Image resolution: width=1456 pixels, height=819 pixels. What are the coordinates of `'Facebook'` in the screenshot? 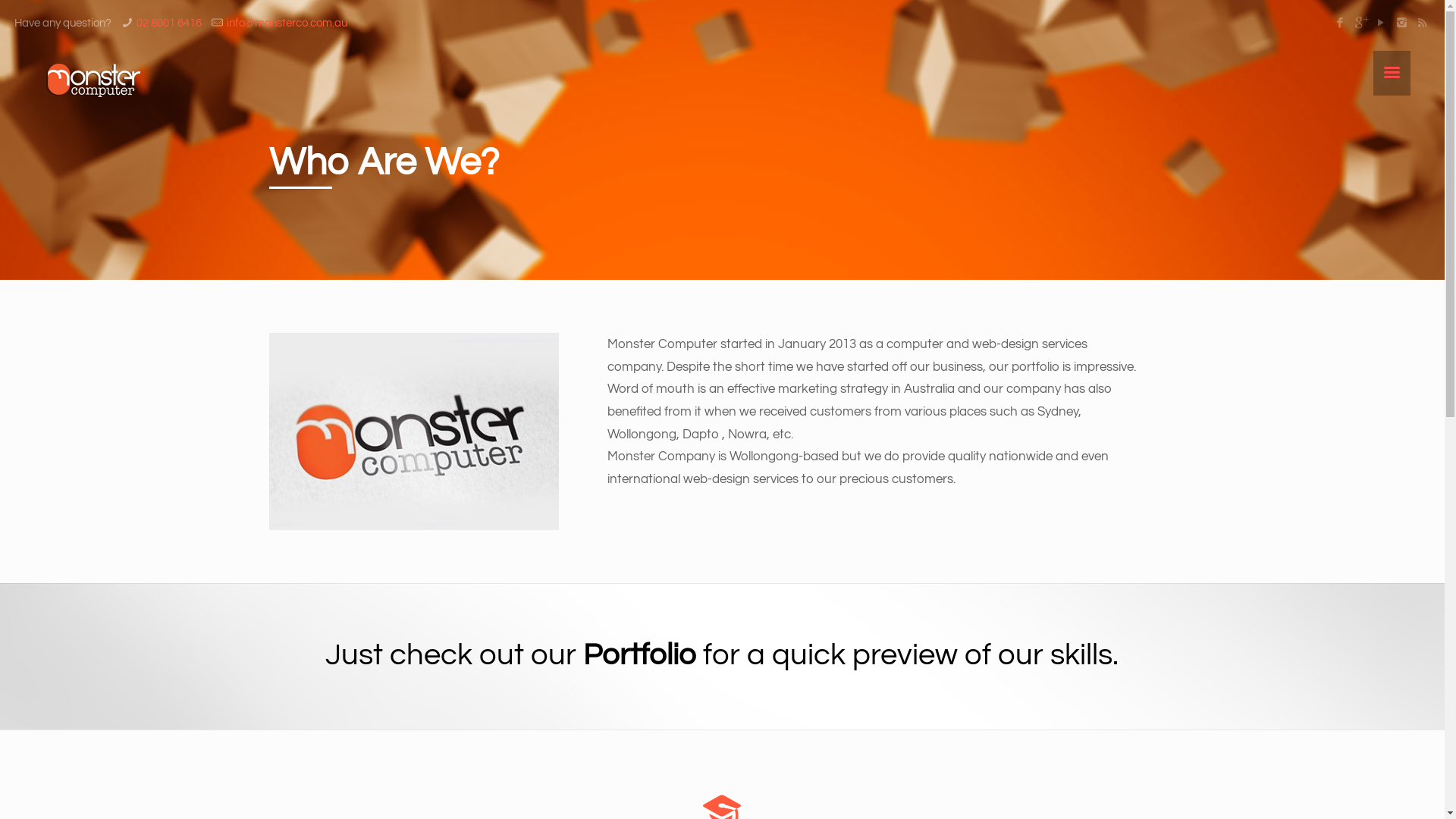 It's located at (1340, 23).